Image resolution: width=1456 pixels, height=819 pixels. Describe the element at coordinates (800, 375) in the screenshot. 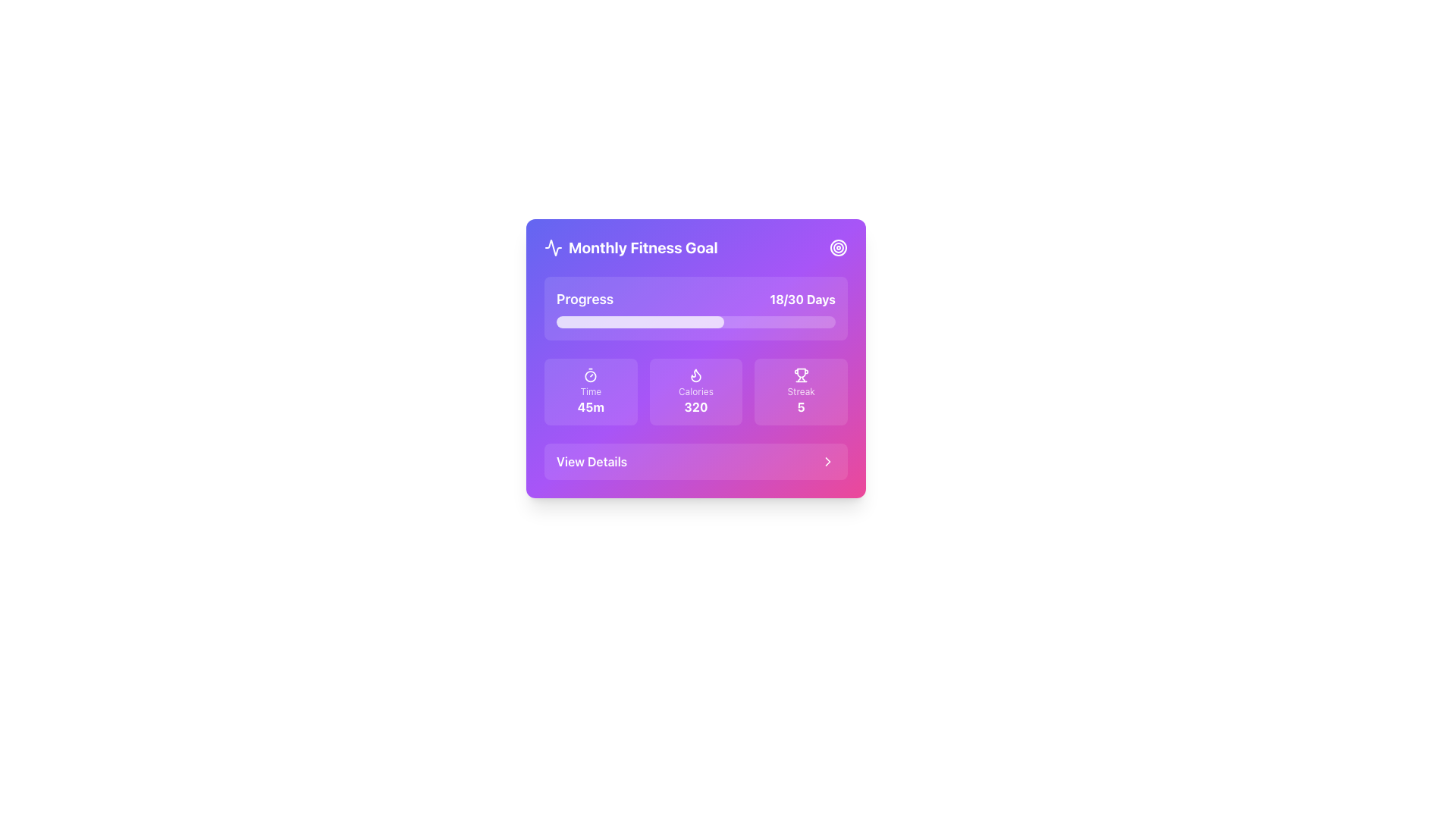

I see `the meaning of the trophy-shaped icon located` at that location.